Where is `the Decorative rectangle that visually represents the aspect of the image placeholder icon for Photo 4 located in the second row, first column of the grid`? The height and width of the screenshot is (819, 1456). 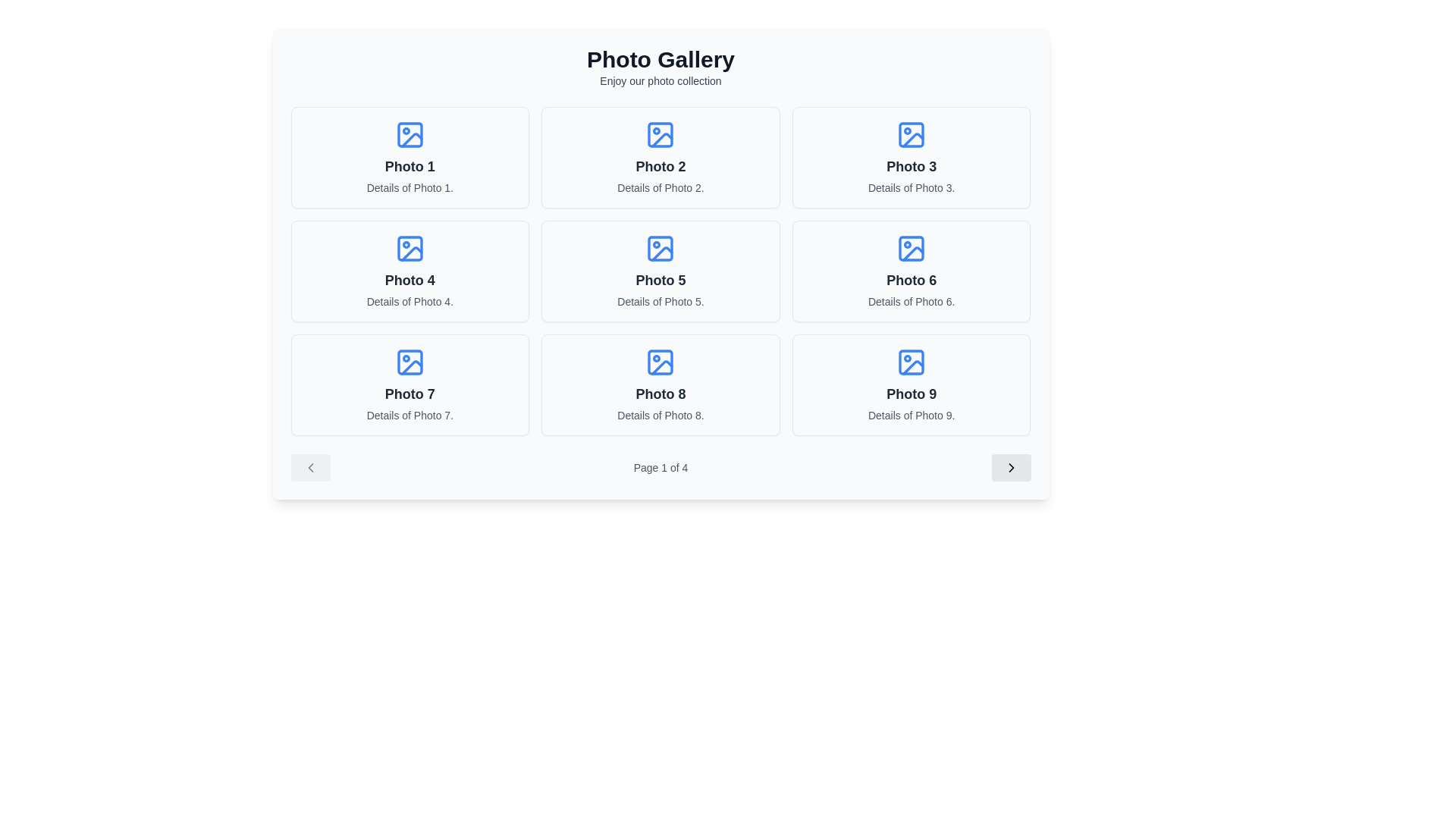 the Decorative rectangle that visually represents the aspect of the image placeholder icon for Photo 4 located in the second row, first column of the grid is located at coordinates (409, 247).